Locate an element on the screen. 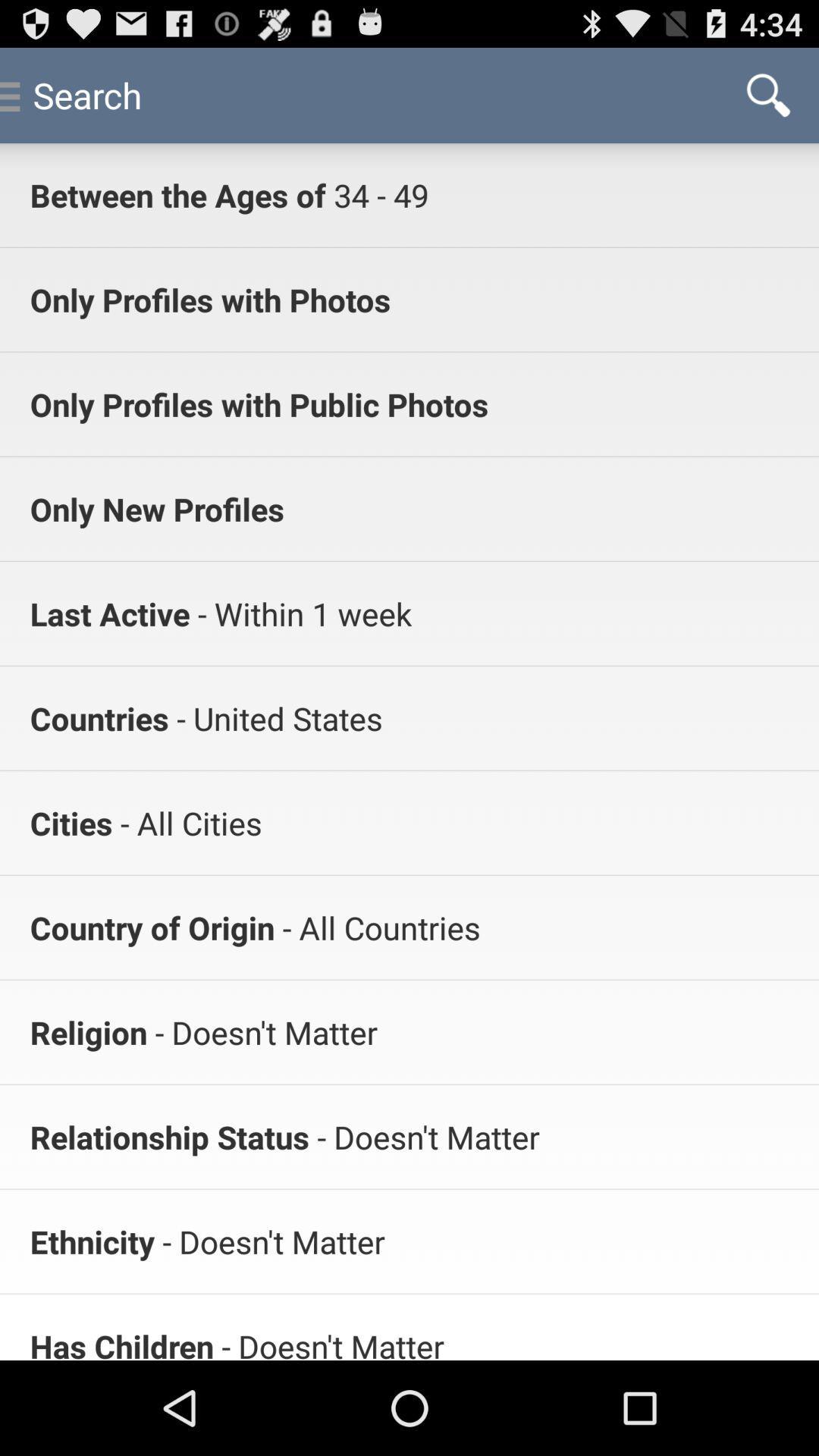  the app below countries item is located at coordinates (187, 822).